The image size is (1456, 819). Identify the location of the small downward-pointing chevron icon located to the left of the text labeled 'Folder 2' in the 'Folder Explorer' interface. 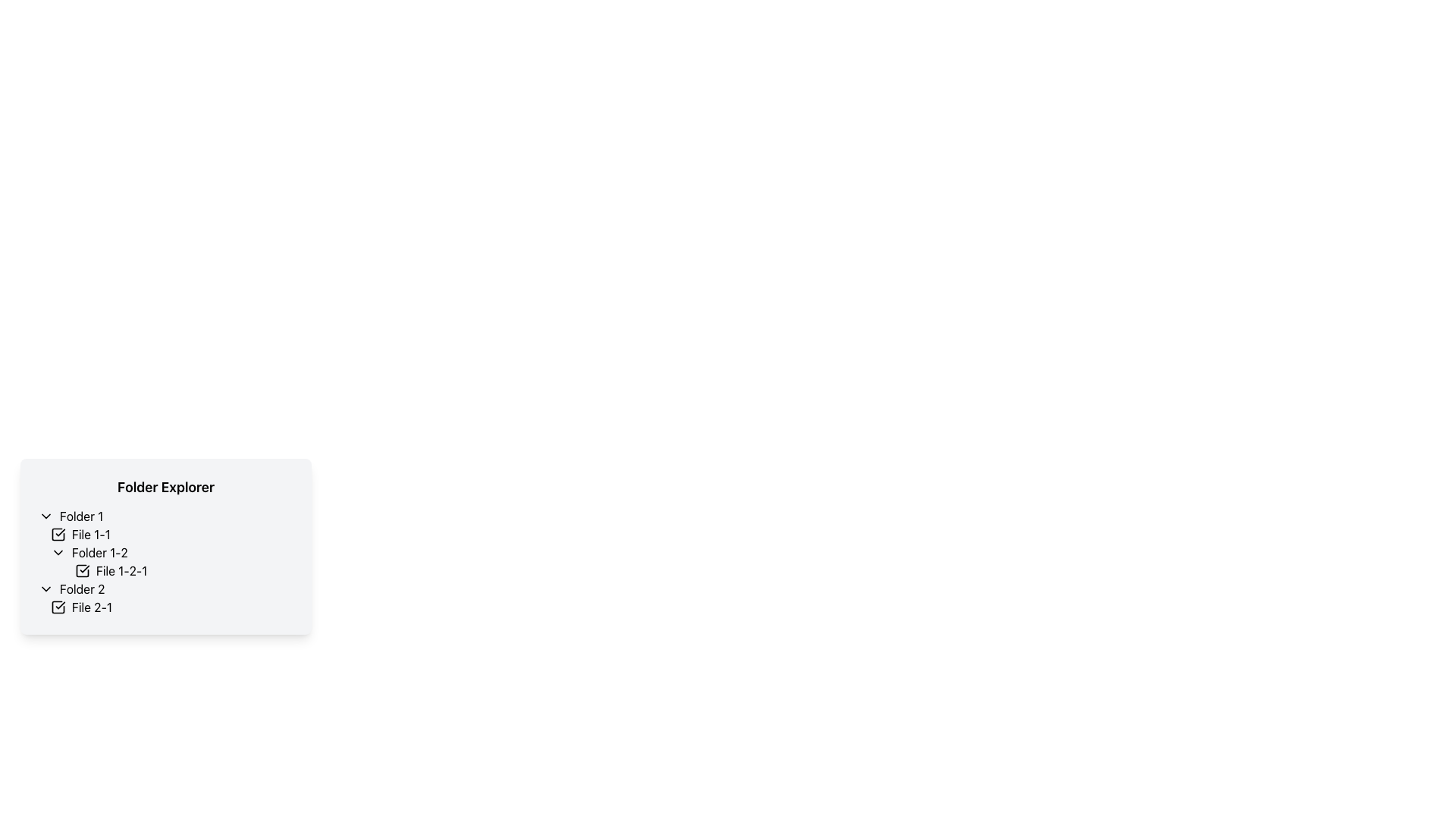
(46, 588).